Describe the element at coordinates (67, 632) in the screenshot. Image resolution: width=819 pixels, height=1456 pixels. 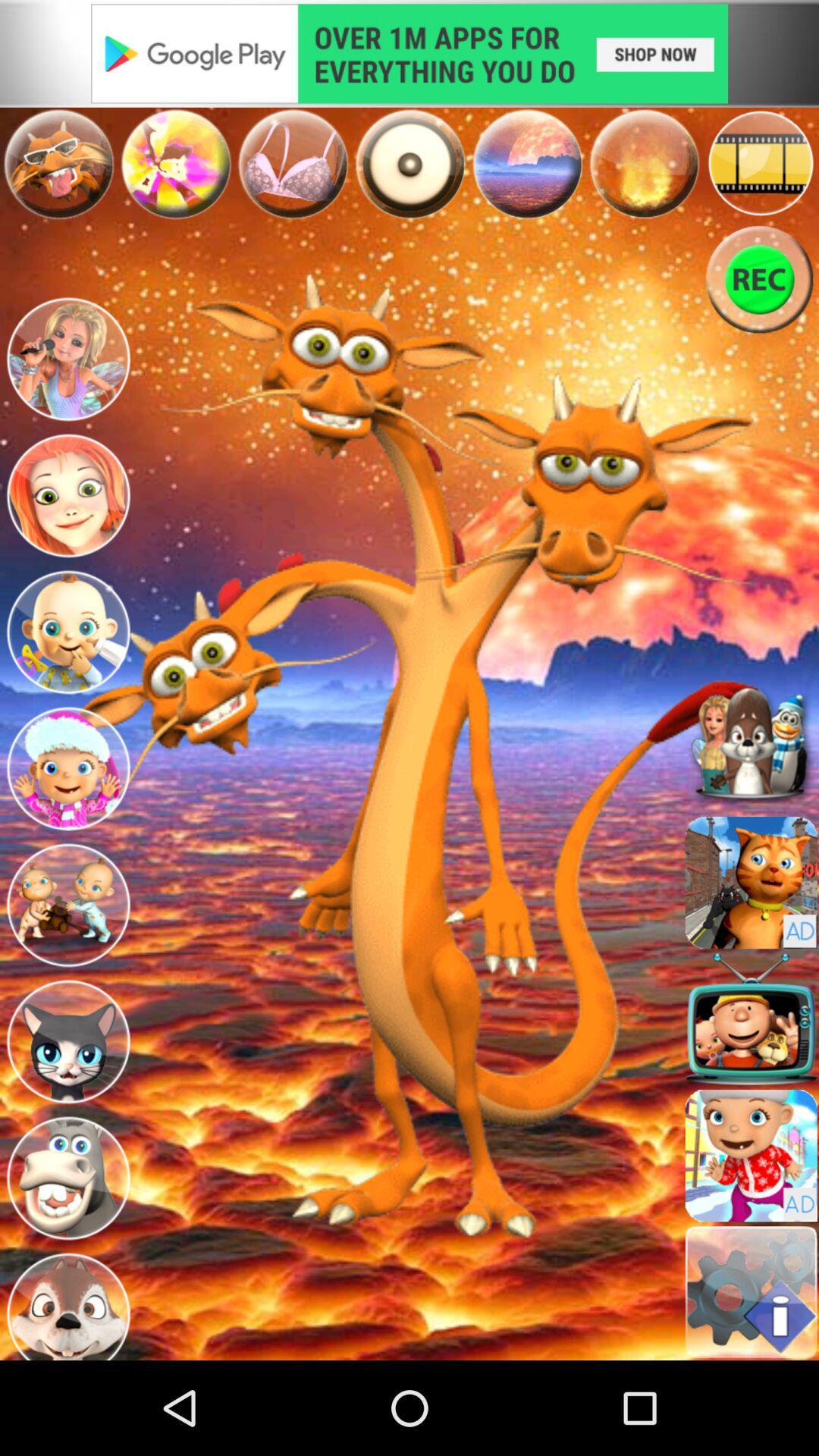
I see `the character` at that location.